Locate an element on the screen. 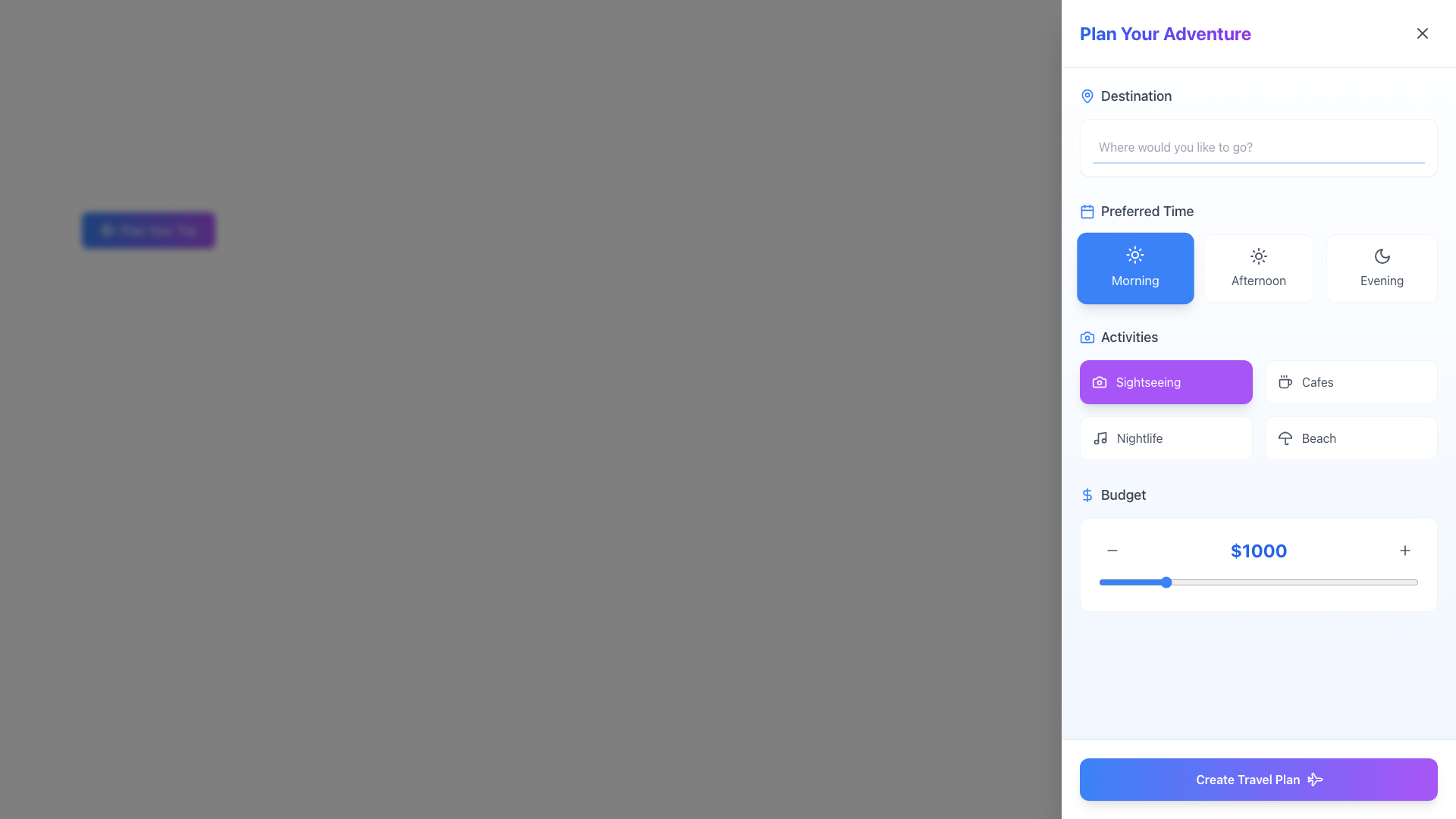 This screenshot has width=1456, height=819. the 'Preferred Time' text label which is styled with a medium font weight in dark gray and located below the 'Destination' field is located at coordinates (1147, 211).